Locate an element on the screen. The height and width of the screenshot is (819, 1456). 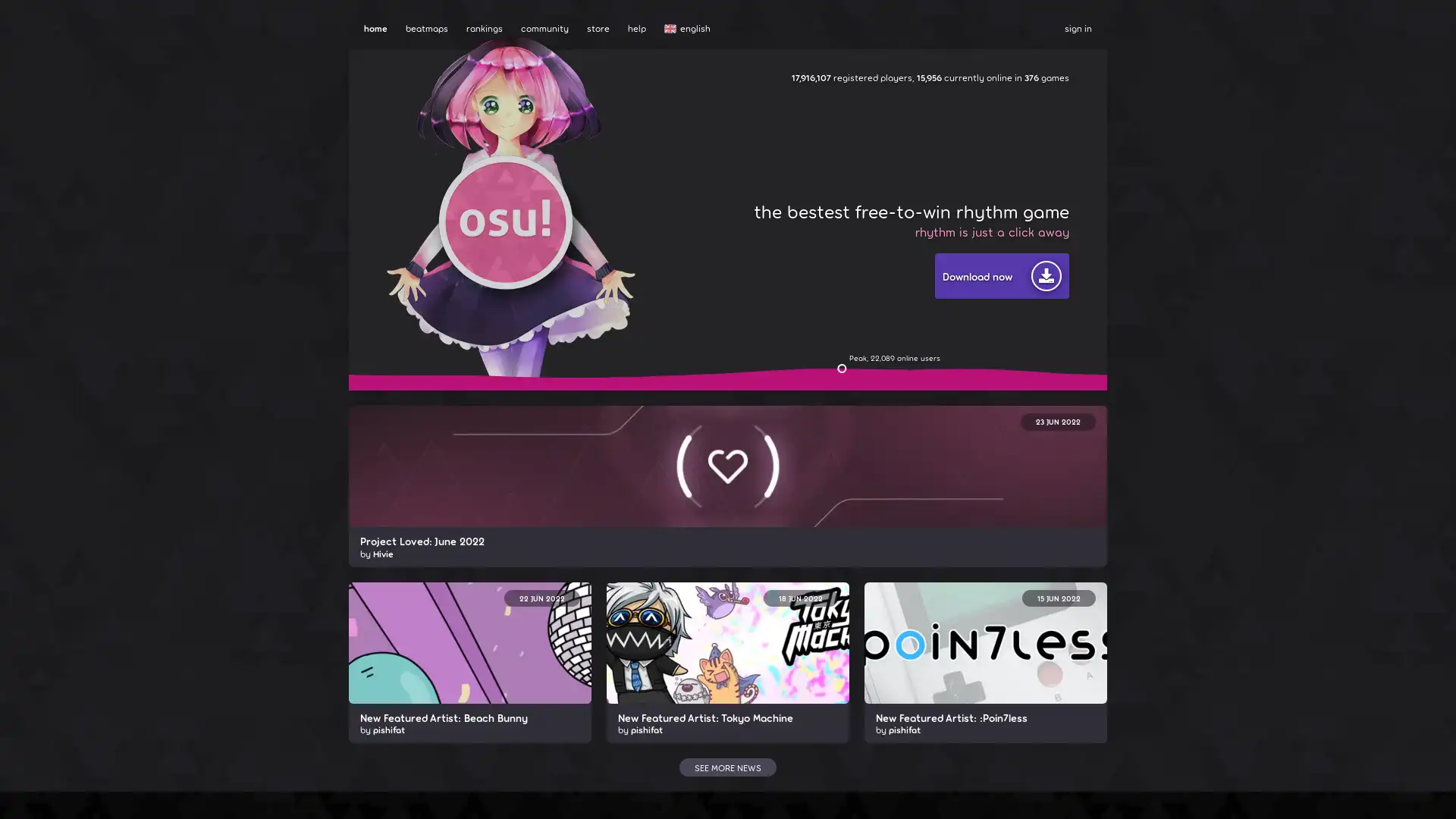
slovencina is located at coordinates (709, 491).